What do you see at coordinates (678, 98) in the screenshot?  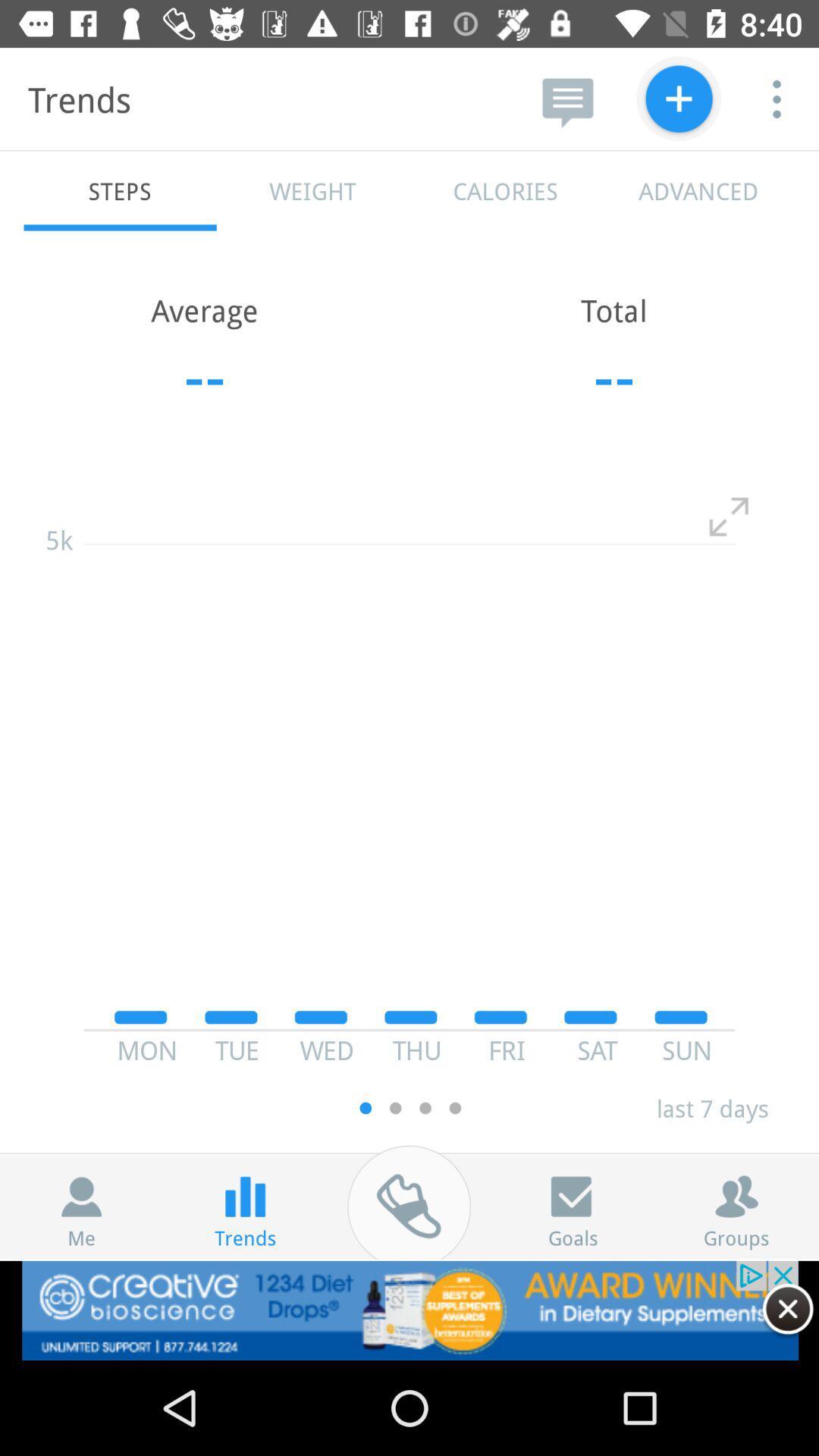 I see `the add icon` at bounding box center [678, 98].